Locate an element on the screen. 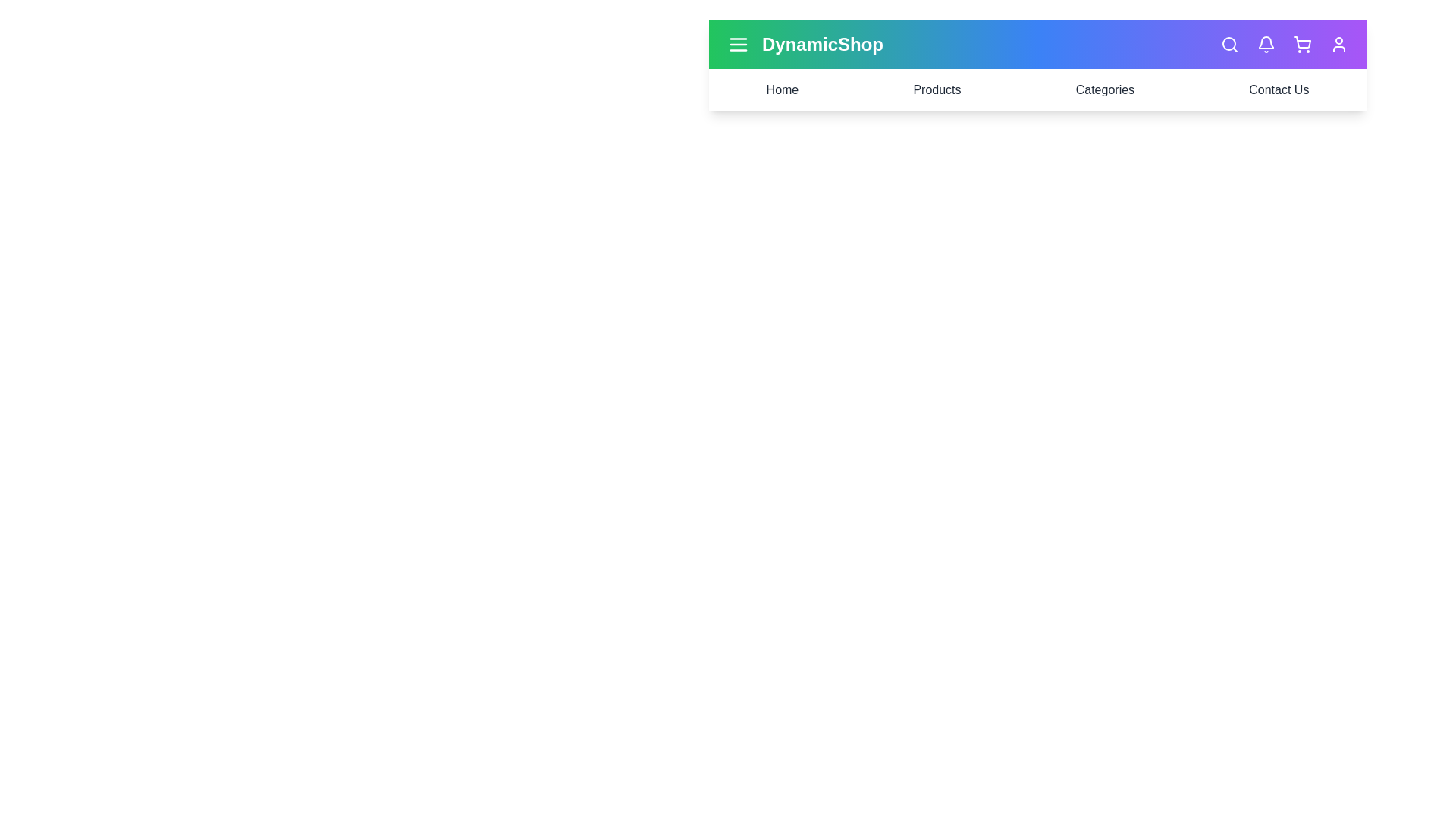 The image size is (1456, 819). the search icon to initiate a search action is located at coordinates (1230, 43).